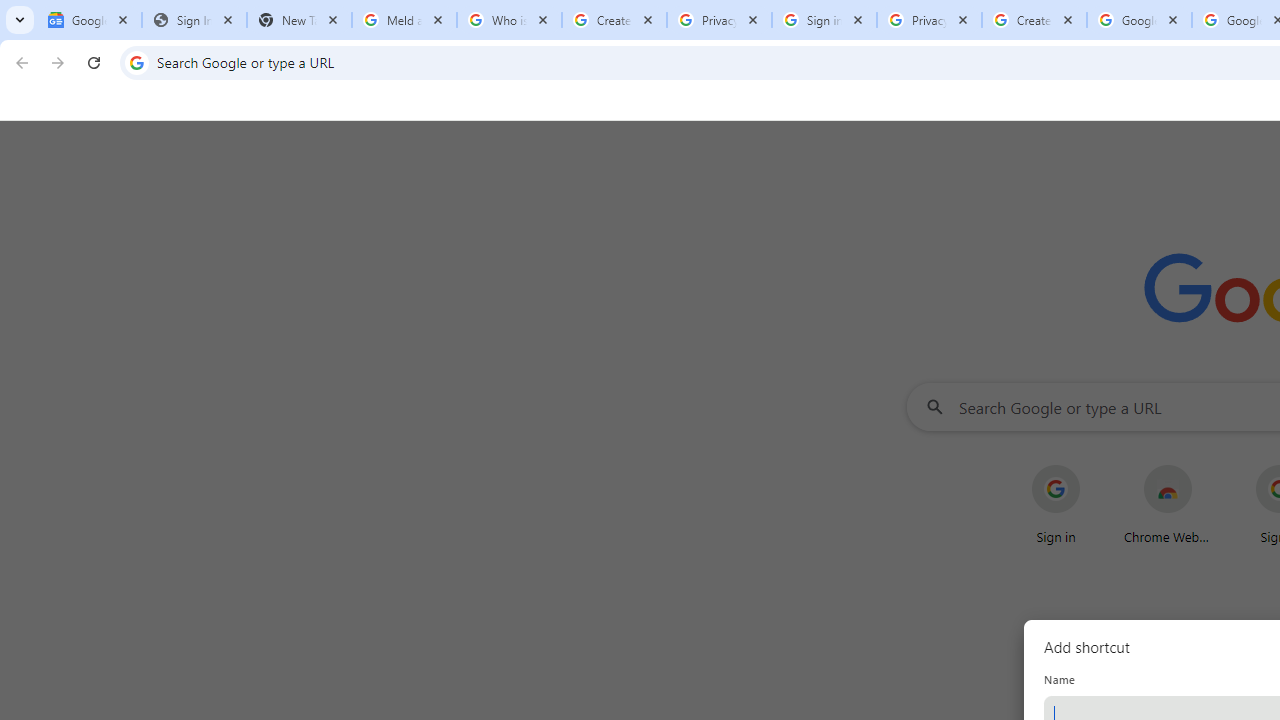 The width and height of the screenshot is (1280, 720). Describe the element at coordinates (824, 20) in the screenshot. I see `'Sign in - Google Accounts'` at that location.